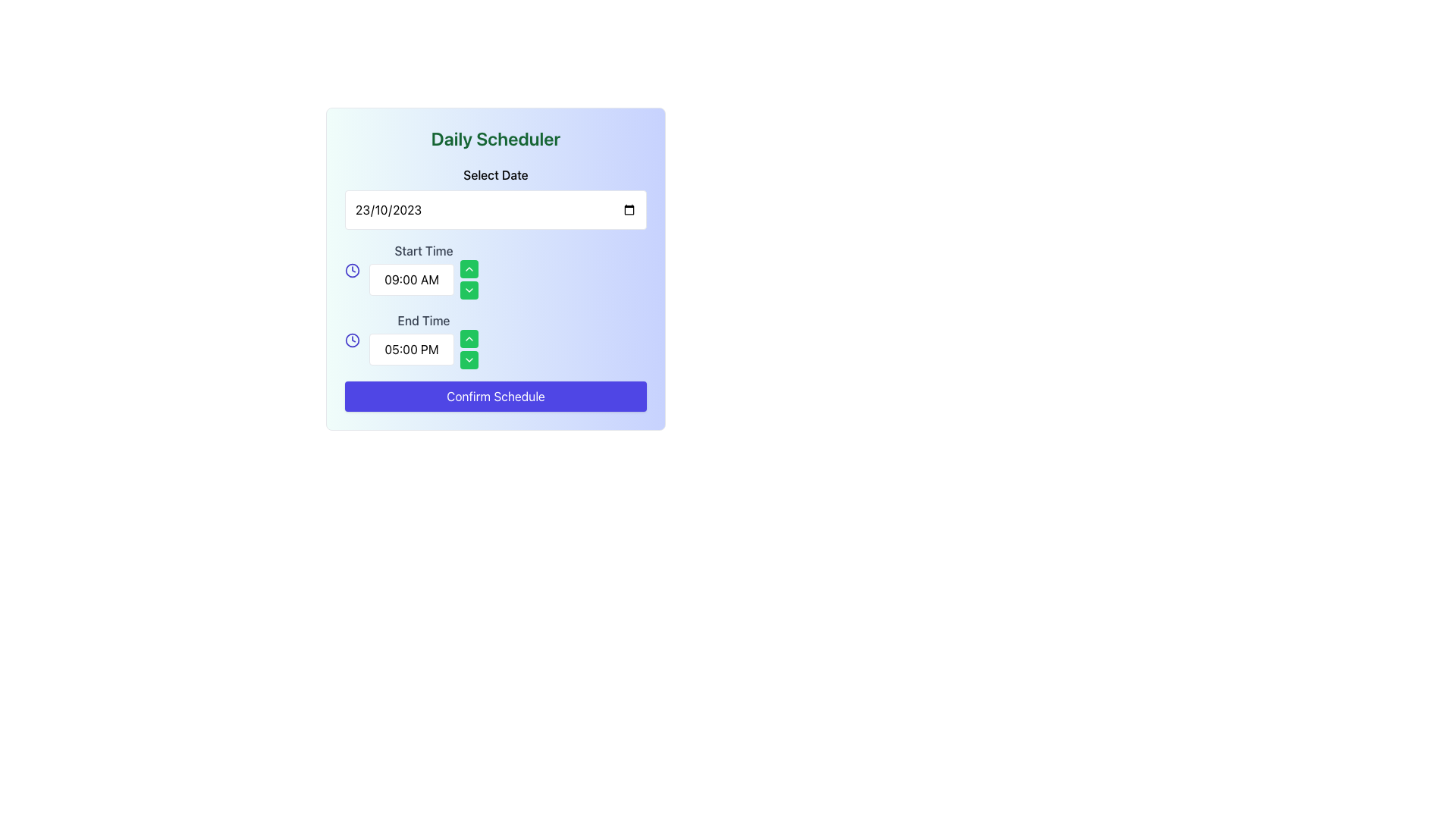 The height and width of the screenshot is (819, 1456). What do you see at coordinates (352, 270) in the screenshot?
I see `the inner circle of the clock icon, which is located to the left of the 'End Time' field in the interface` at bounding box center [352, 270].